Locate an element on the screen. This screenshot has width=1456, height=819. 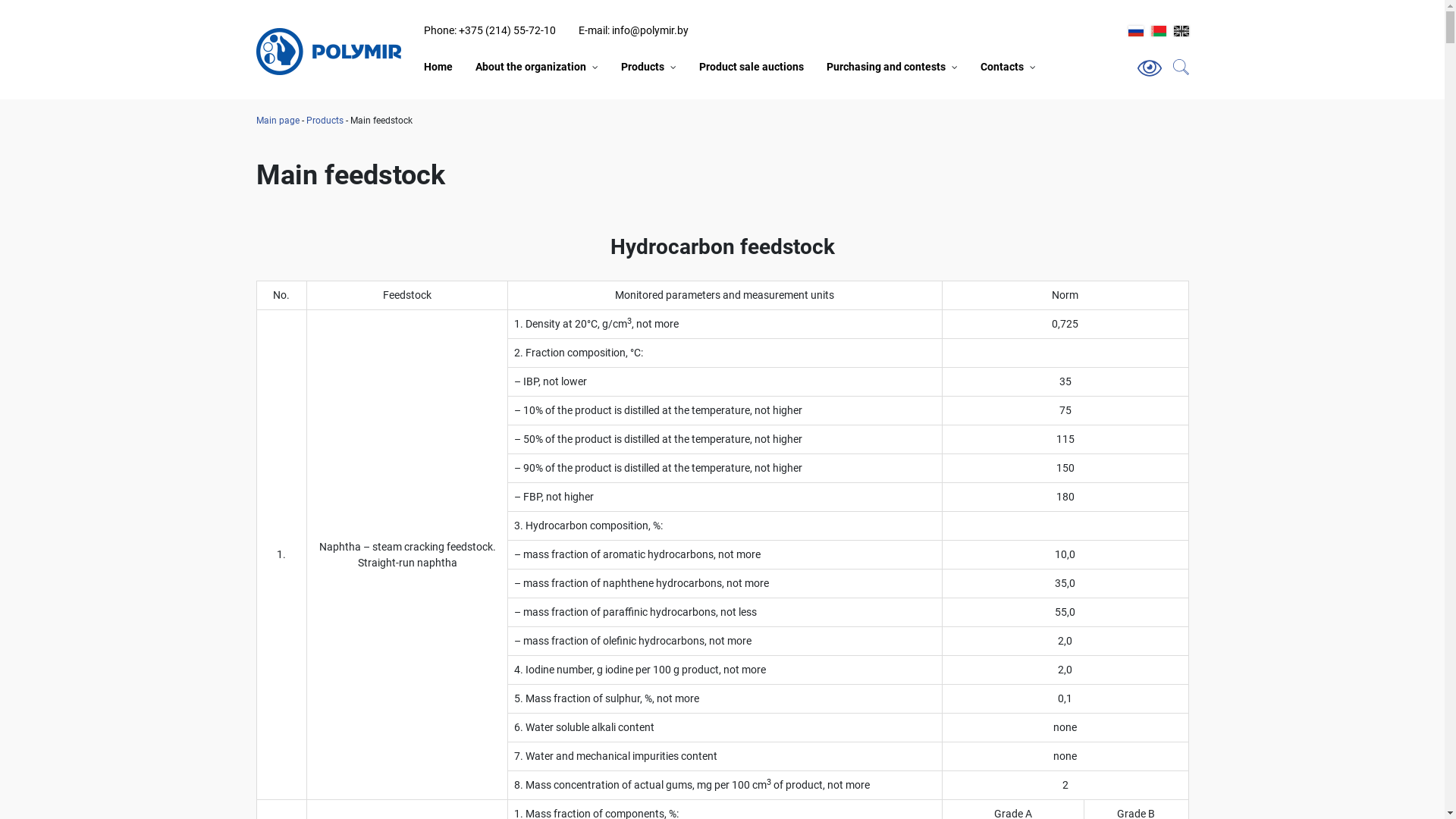
'Purchasing and contests' is located at coordinates (825, 66).